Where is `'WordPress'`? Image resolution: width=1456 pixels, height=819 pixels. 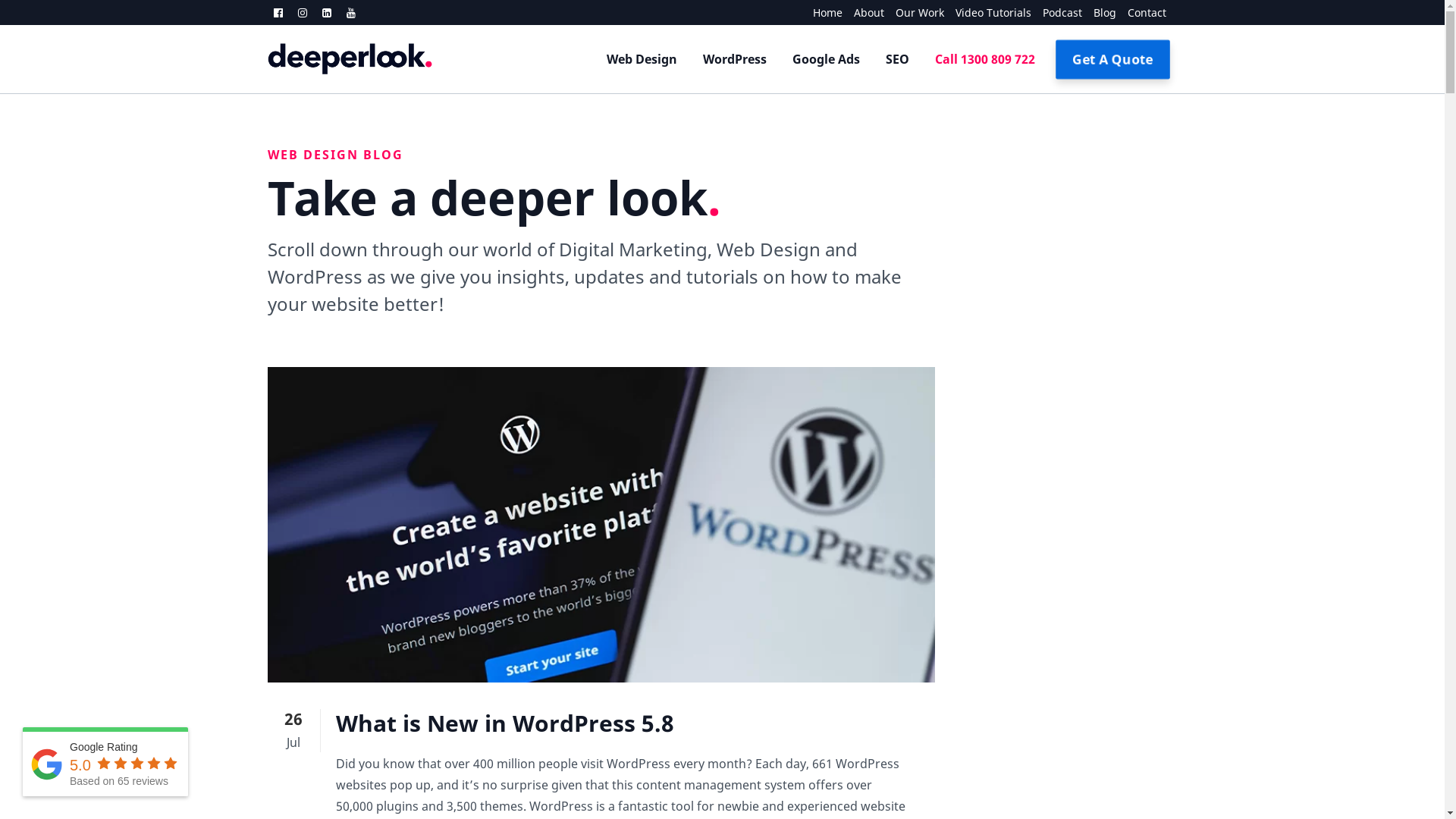
'WordPress' is located at coordinates (735, 58).